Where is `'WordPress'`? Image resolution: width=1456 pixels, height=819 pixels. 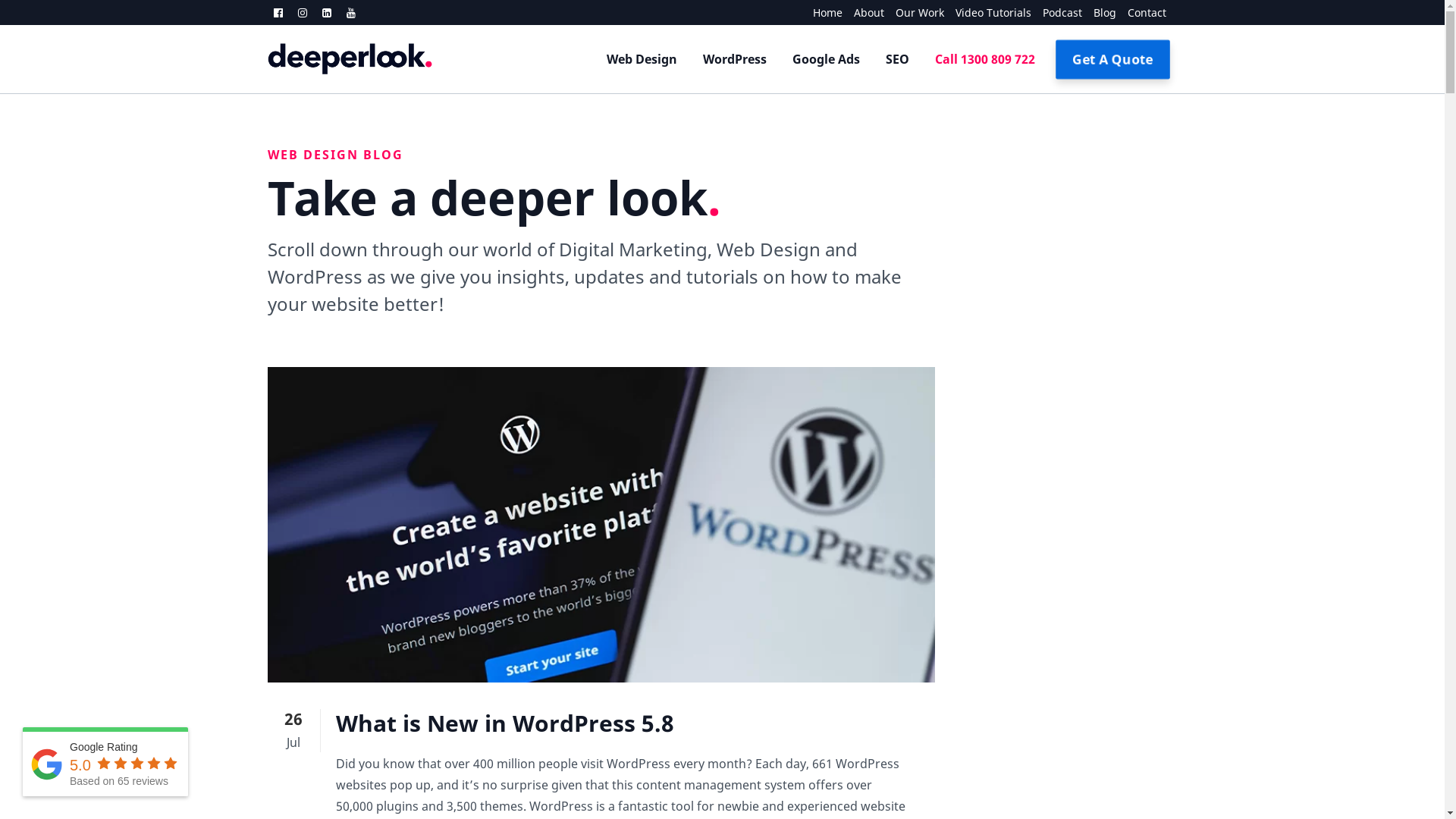
'WordPress' is located at coordinates (735, 58).